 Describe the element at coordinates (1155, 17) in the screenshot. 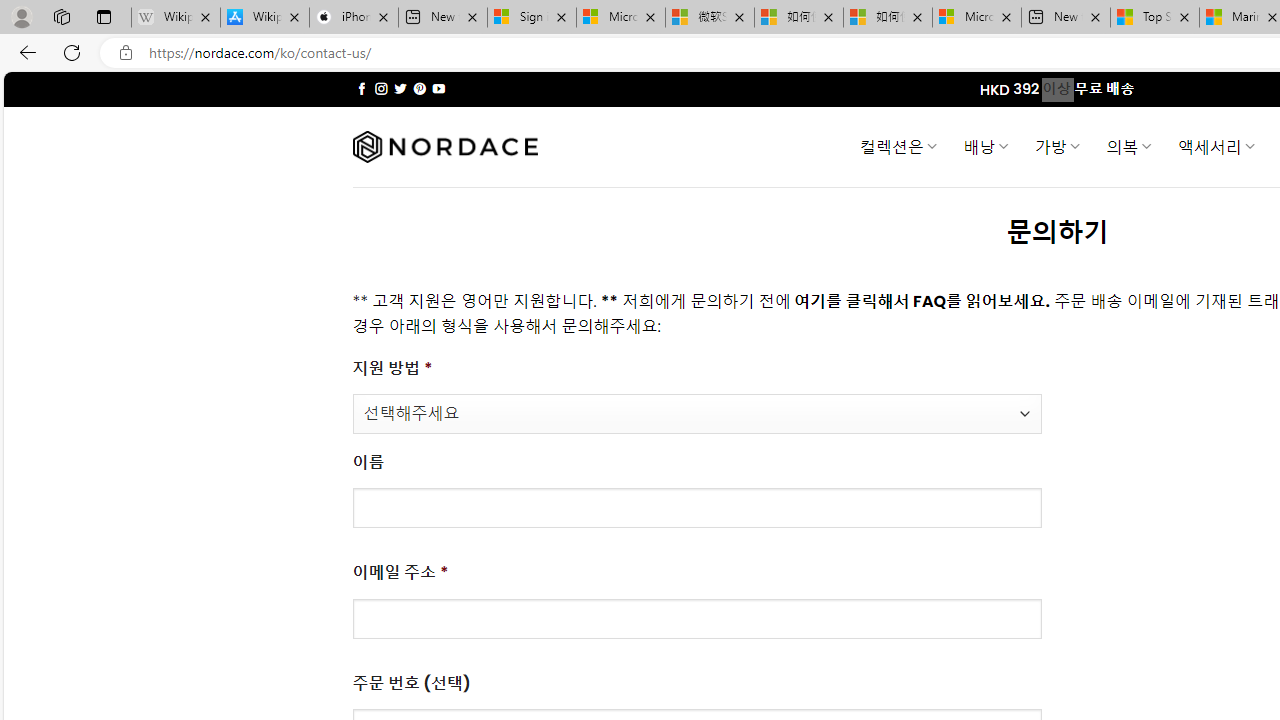

I see `'Top Stories - MSN'` at that location.